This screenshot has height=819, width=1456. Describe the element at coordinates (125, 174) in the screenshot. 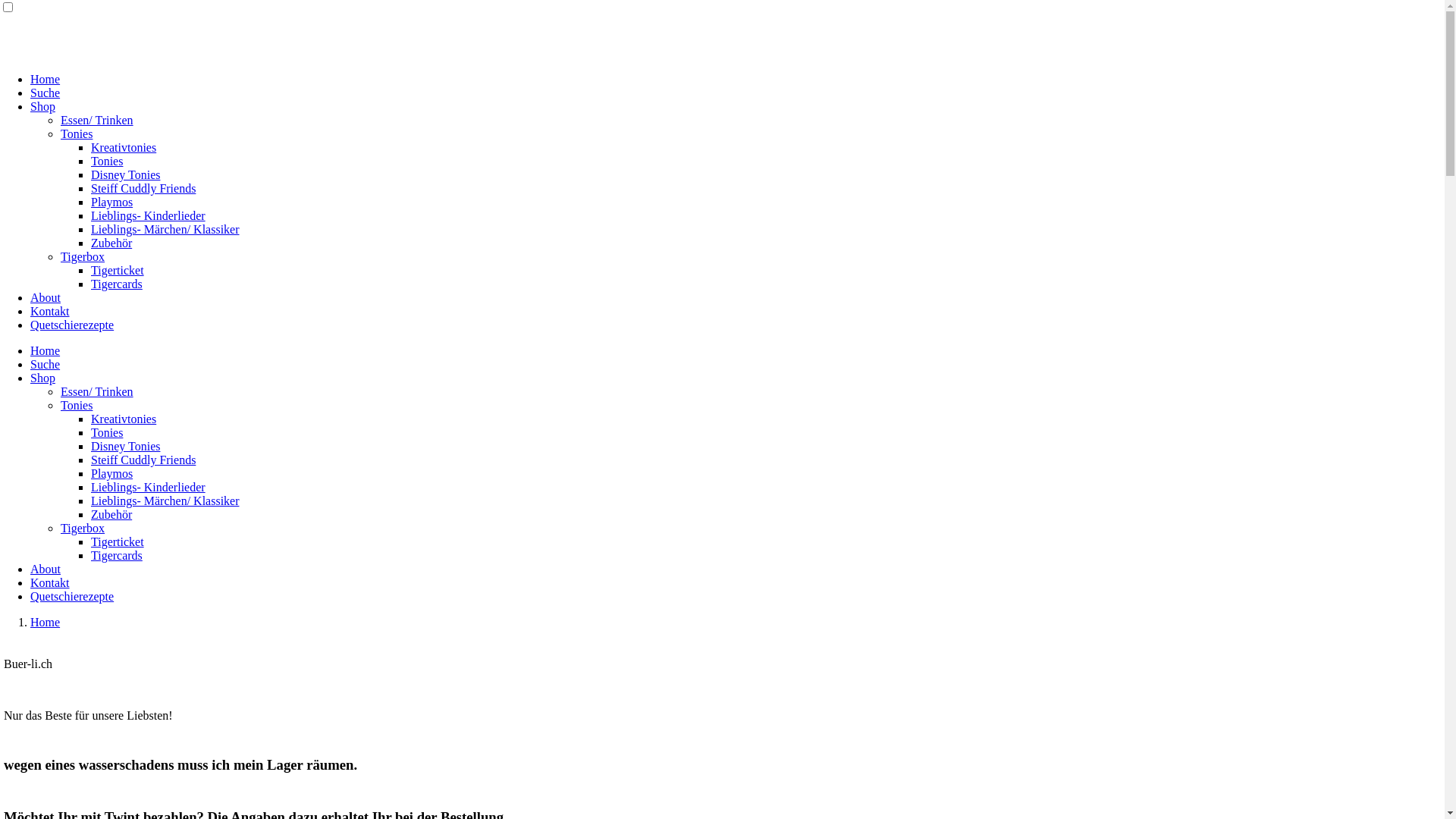

I see `'Disney Tonies'` at that location.